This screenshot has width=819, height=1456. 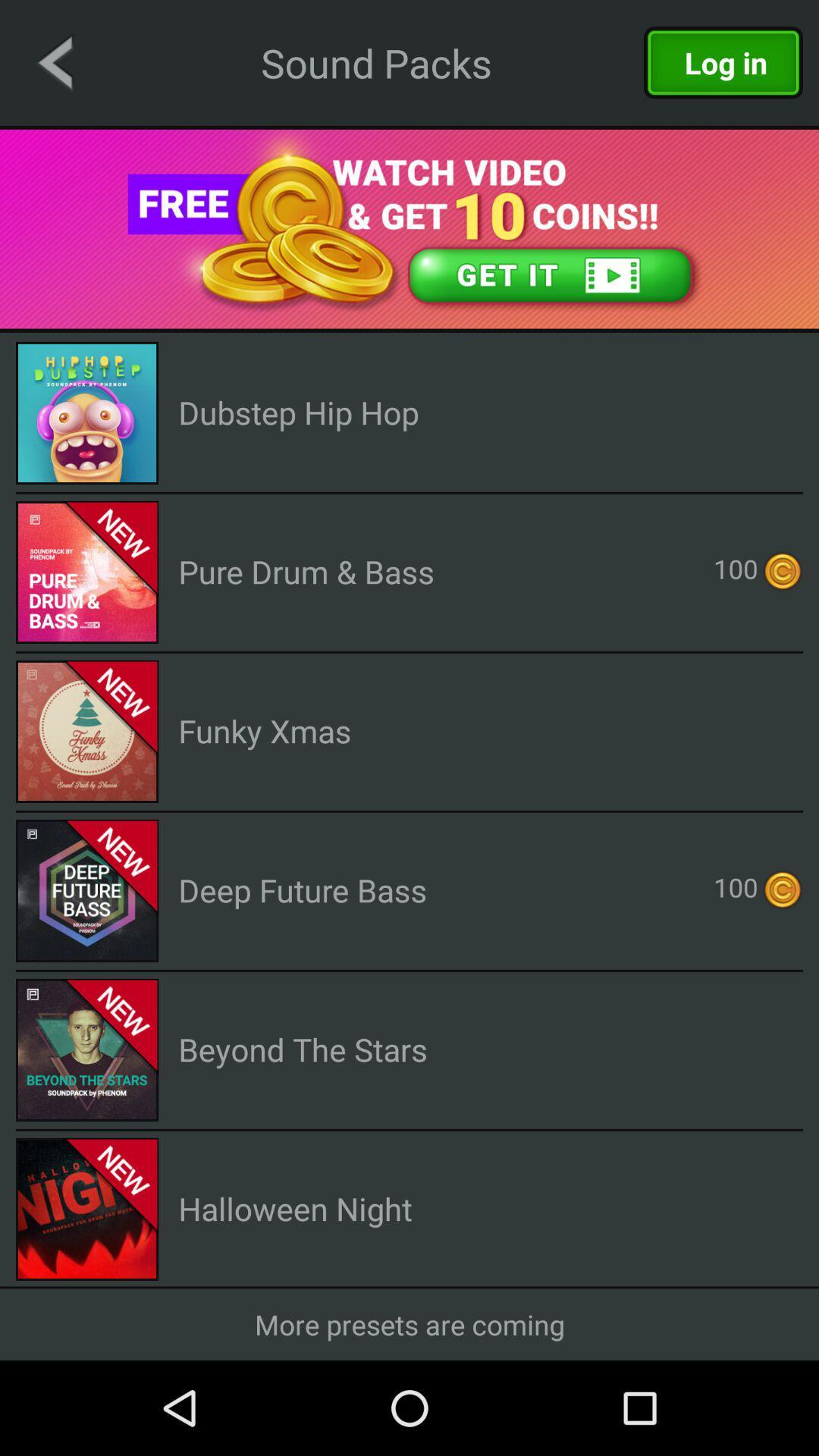 I want to click on open the add, so click(x=409, y=228).